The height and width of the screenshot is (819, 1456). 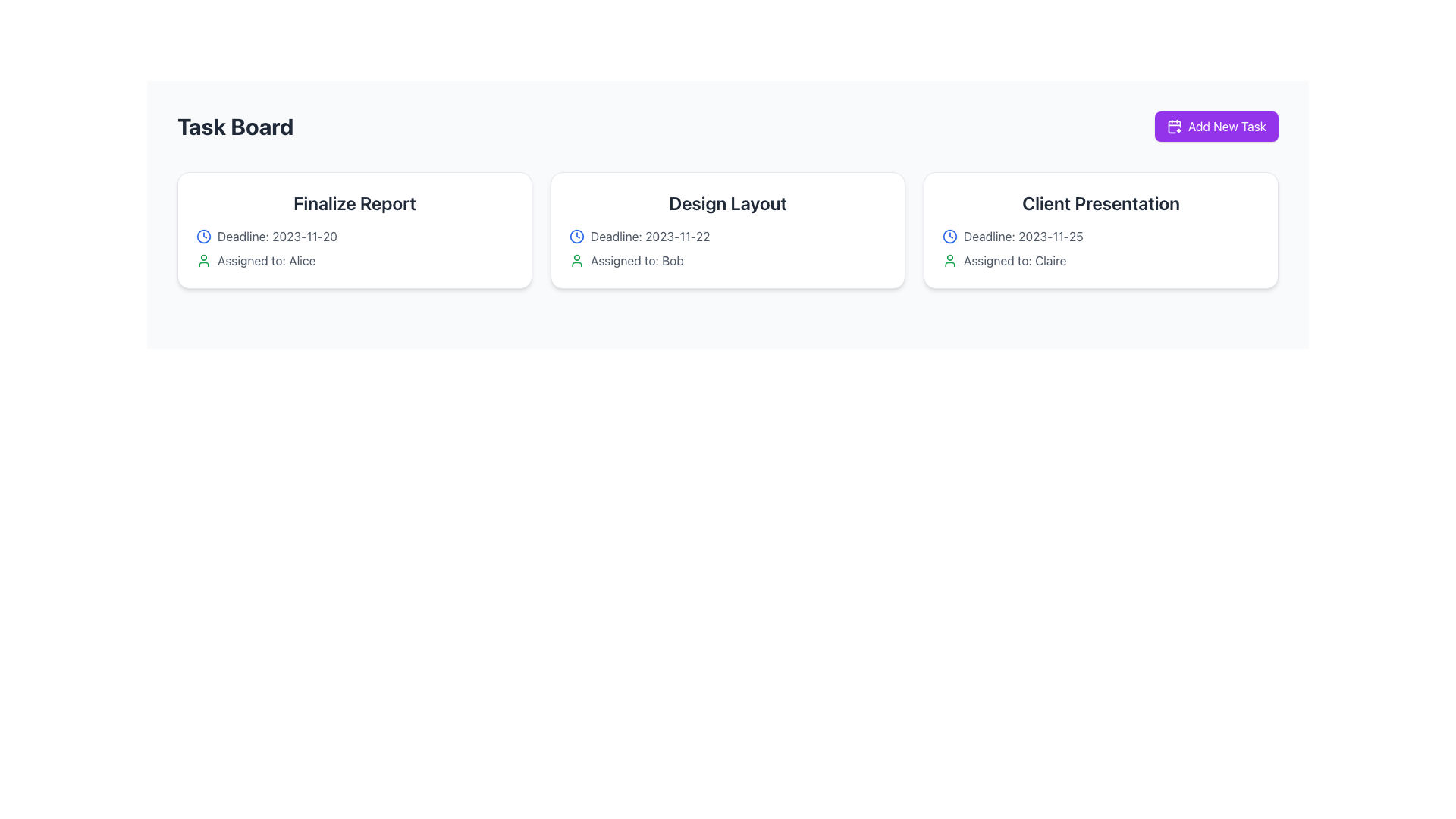 I want to click on the Text Label that indicates the deadline date for the task, located within the 'Finalize Report' card, to the right of the clock icon, so click(x=277, y=237).